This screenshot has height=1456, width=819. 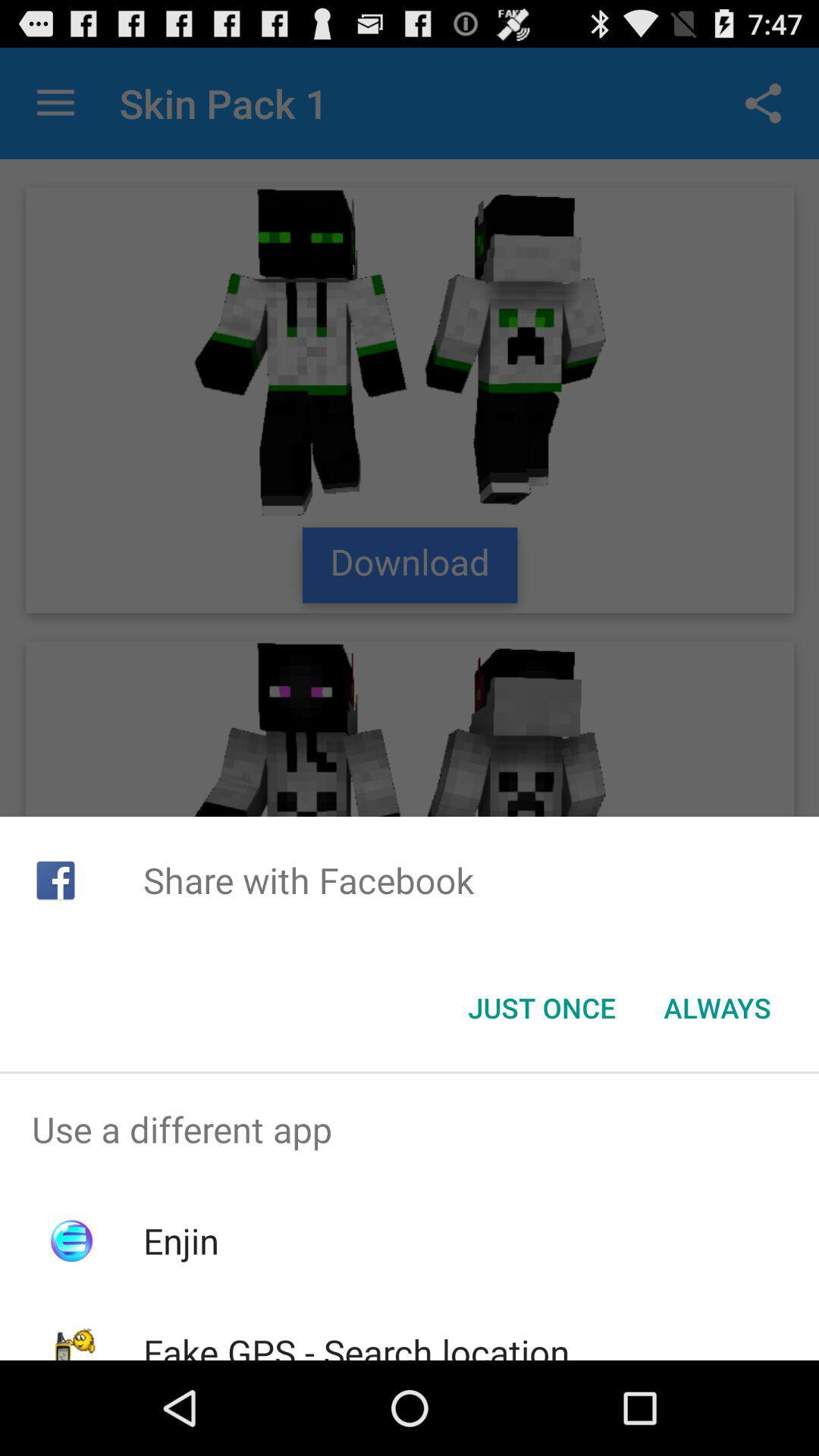 I want to click on the icon next to the always item, so click(x=541, y=1008).